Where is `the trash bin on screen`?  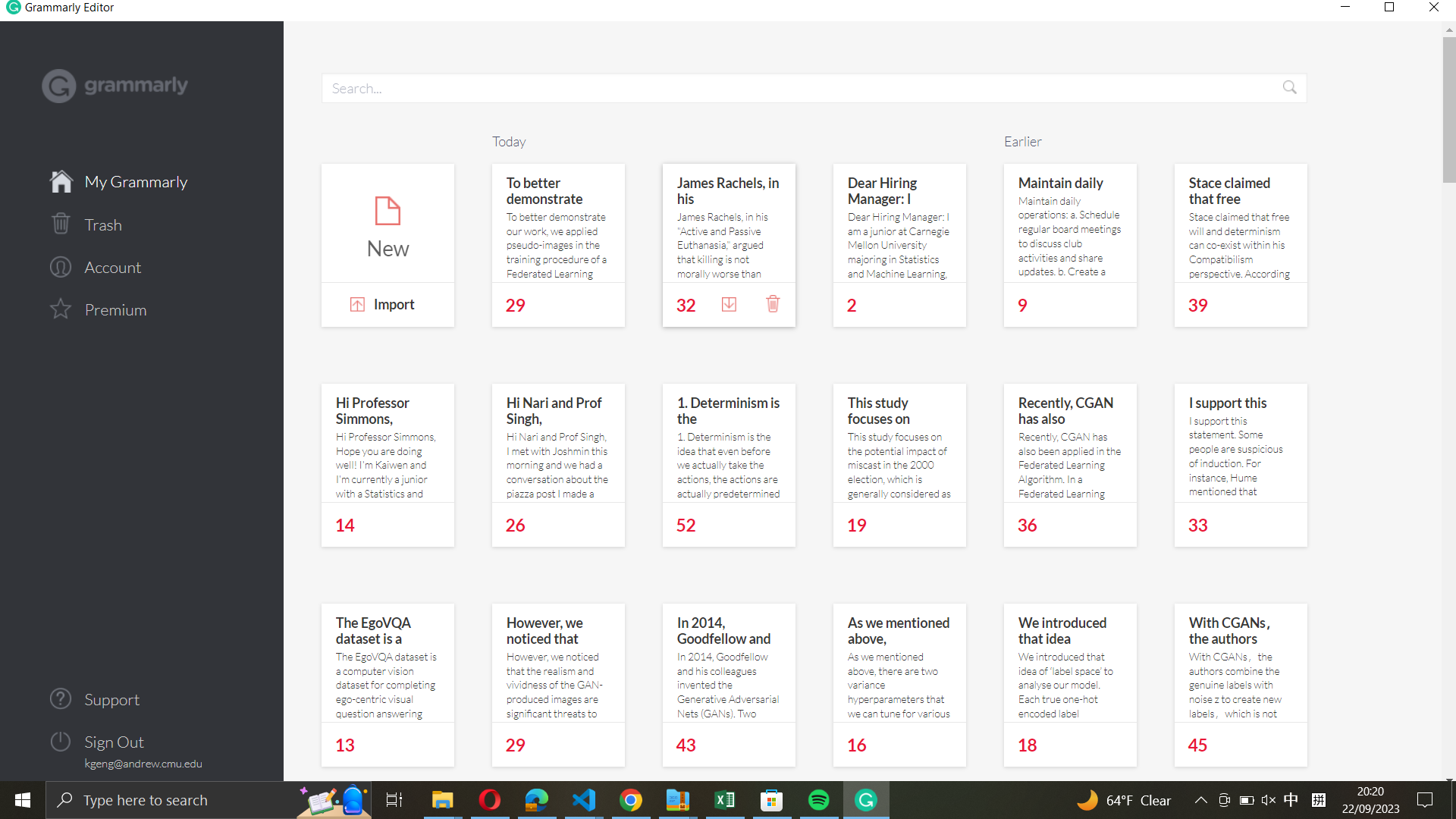 the trash bin on screen is located at coordinates (142, 223).